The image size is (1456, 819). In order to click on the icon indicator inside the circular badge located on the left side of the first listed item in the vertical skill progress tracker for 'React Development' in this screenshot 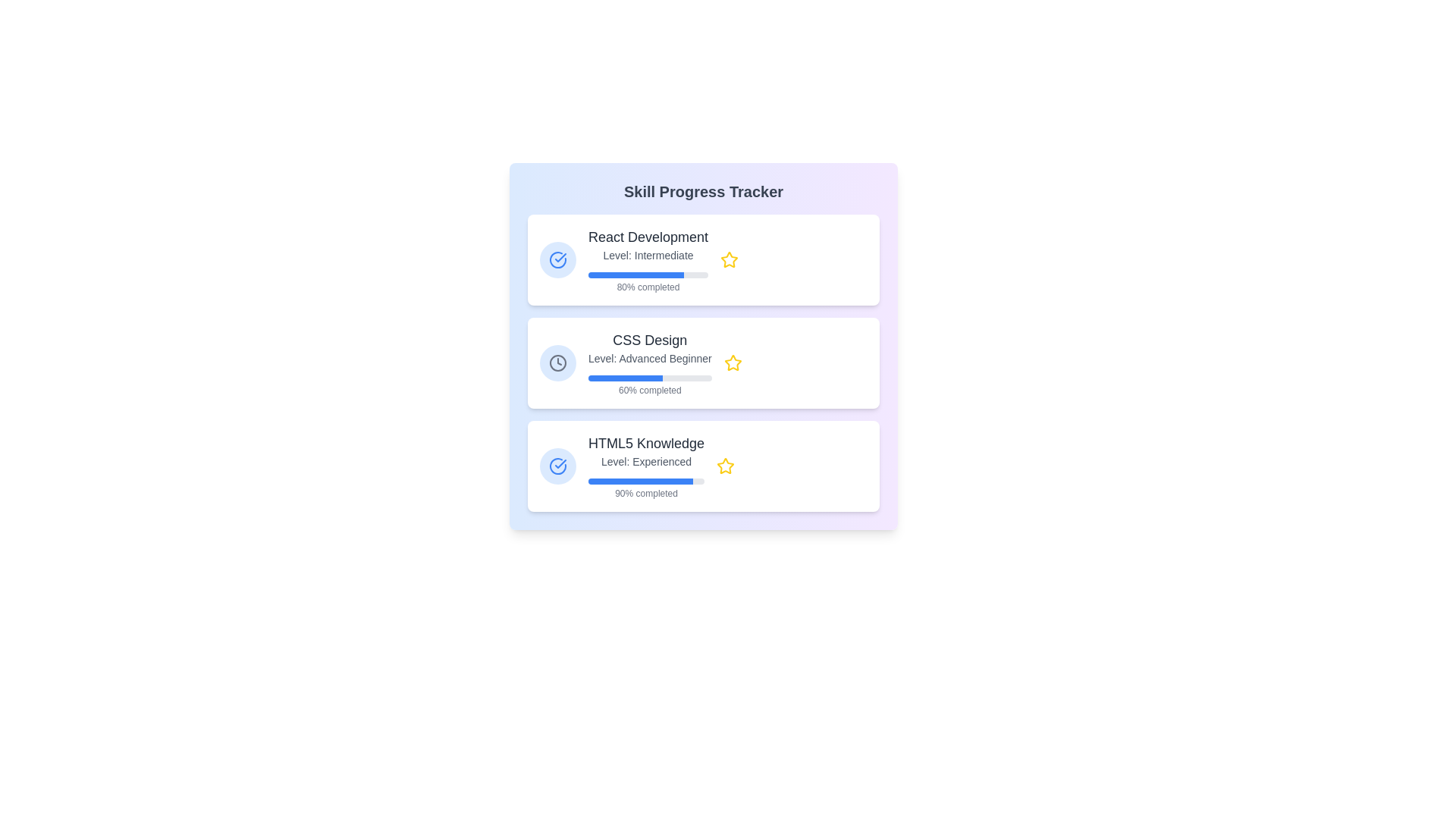, I will do `click(557, 259)`.